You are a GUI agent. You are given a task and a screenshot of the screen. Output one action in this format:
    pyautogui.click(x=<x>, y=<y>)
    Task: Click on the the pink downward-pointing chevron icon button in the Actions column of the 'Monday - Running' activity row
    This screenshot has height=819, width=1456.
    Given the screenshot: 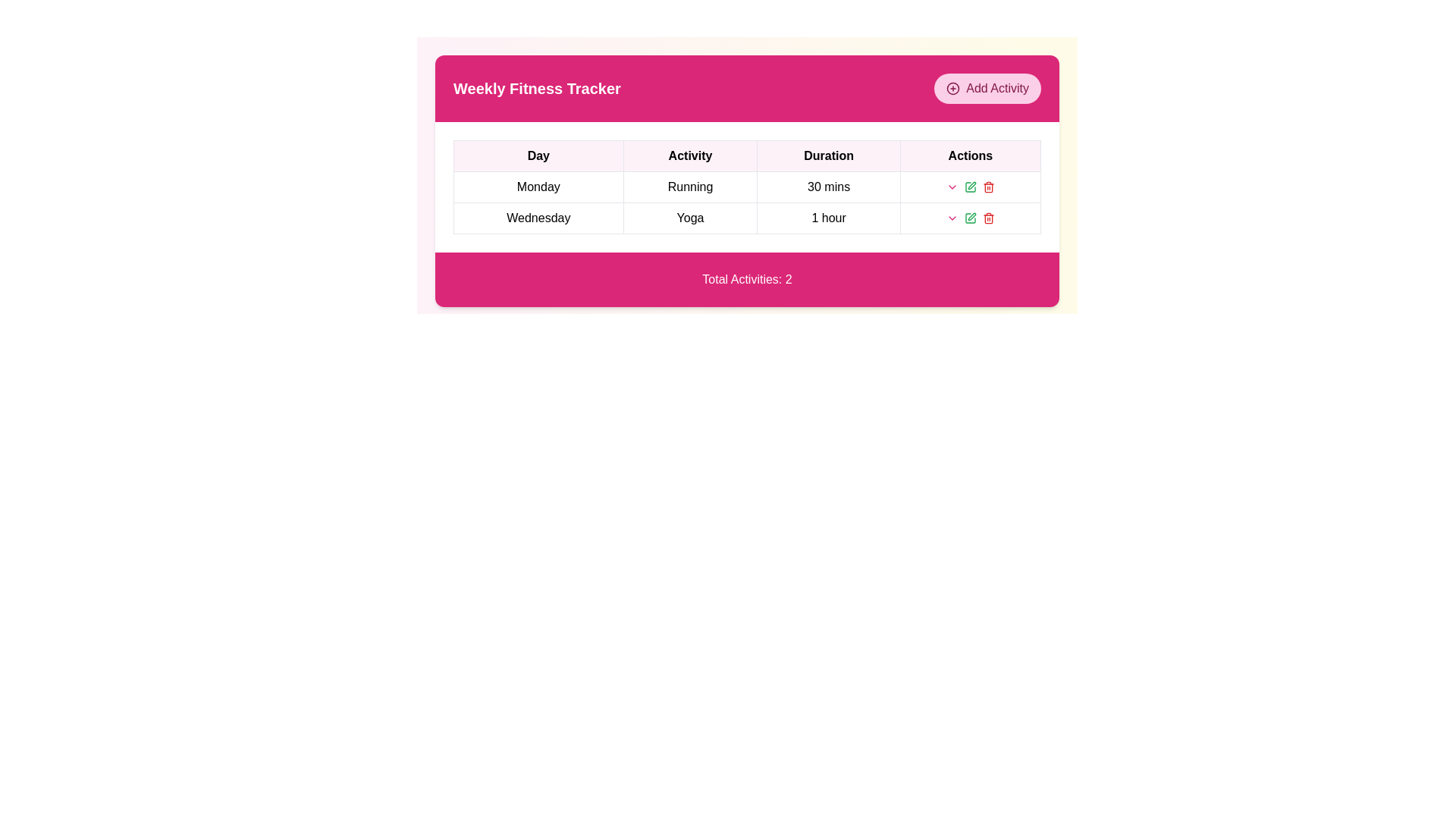 What is the action you would take?
    pyautogui.click(x=951, y=218)
    